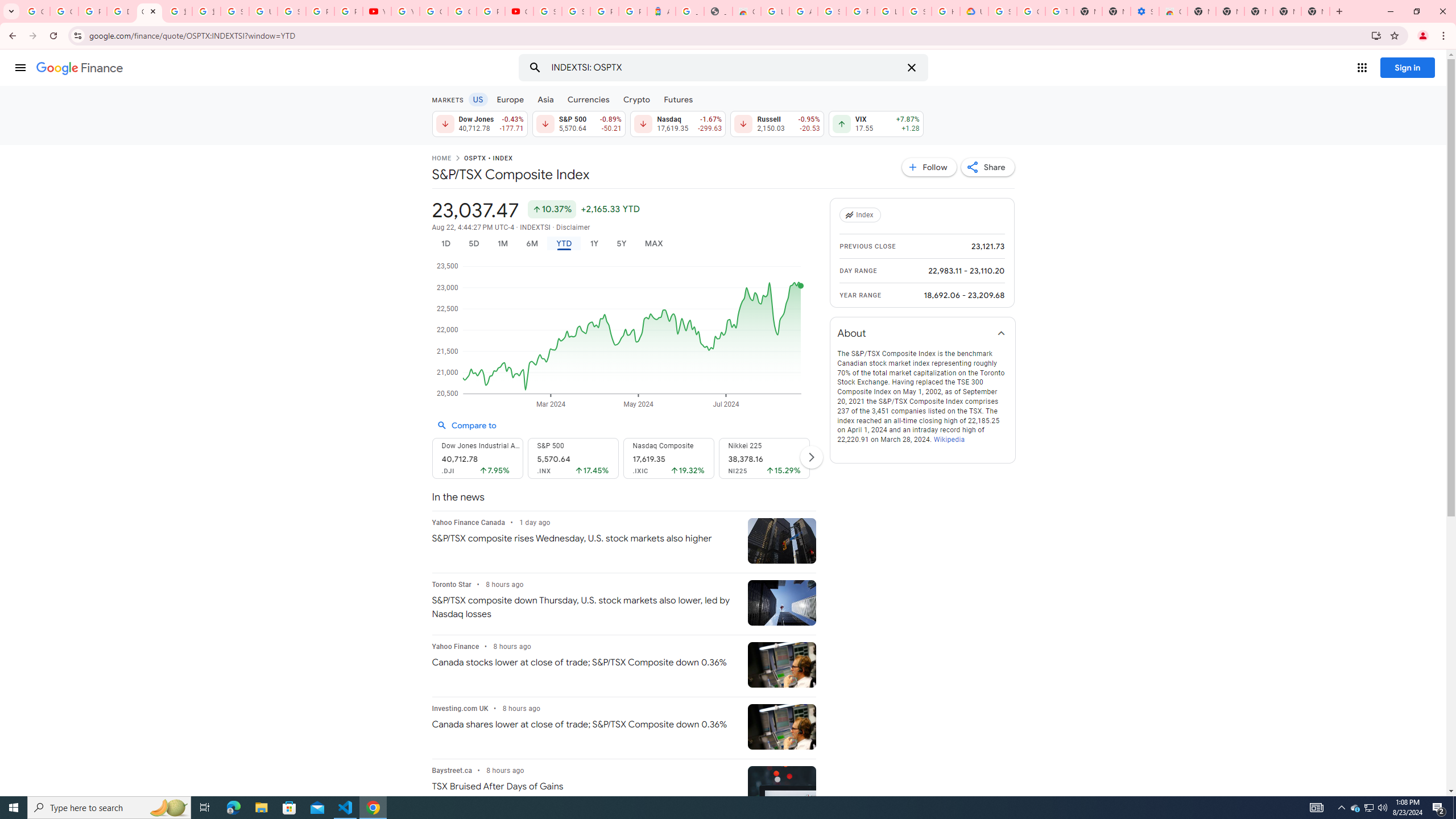 The height and width of the screenshot is (819, 1456). I want to click on 'Chrome Web Store - Accessibility extensions', so click(1173, 11).